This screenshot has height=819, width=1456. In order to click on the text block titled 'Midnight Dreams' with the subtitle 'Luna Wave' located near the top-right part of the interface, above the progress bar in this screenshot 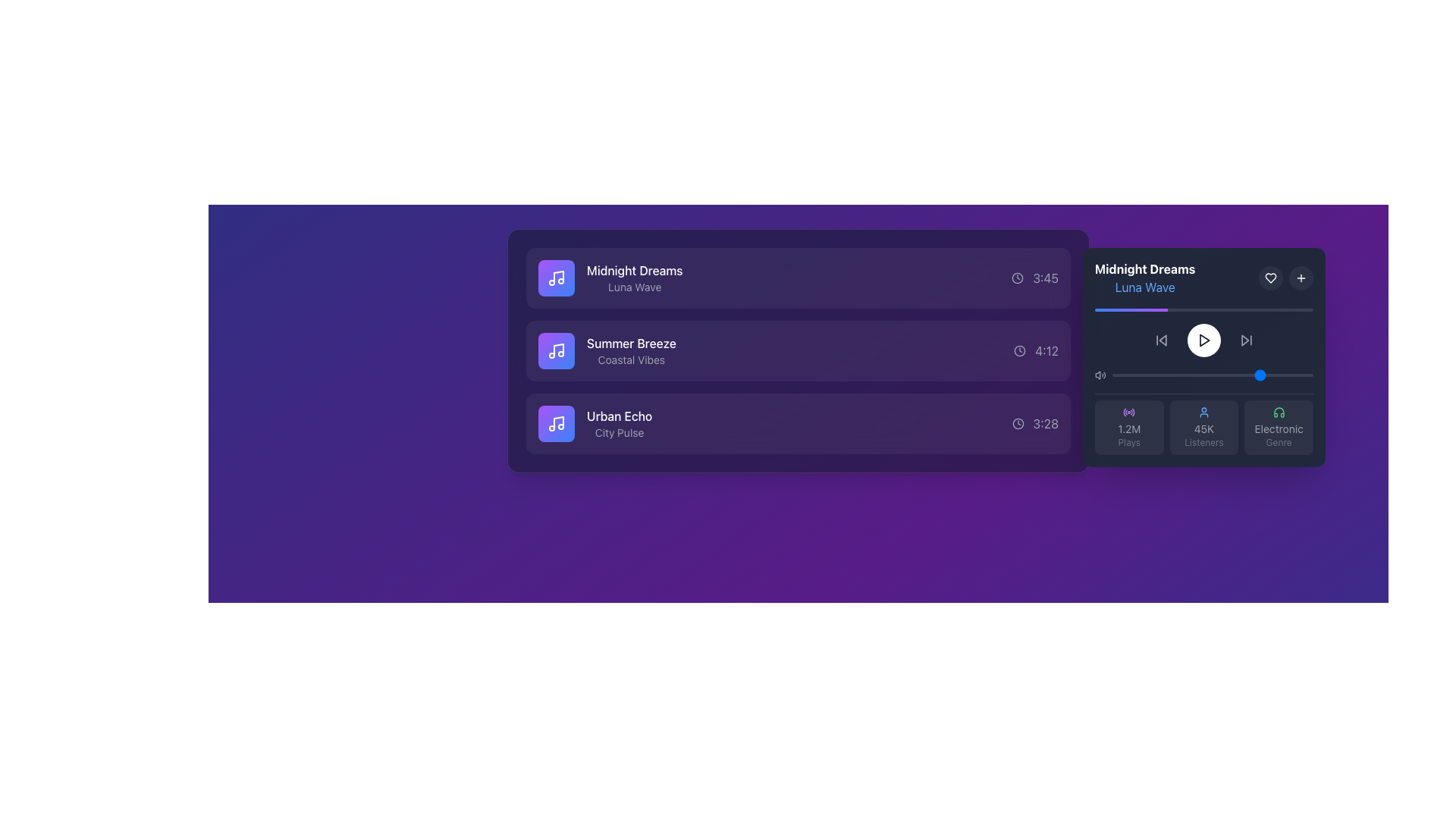, I will do `click(1145, 278)`.